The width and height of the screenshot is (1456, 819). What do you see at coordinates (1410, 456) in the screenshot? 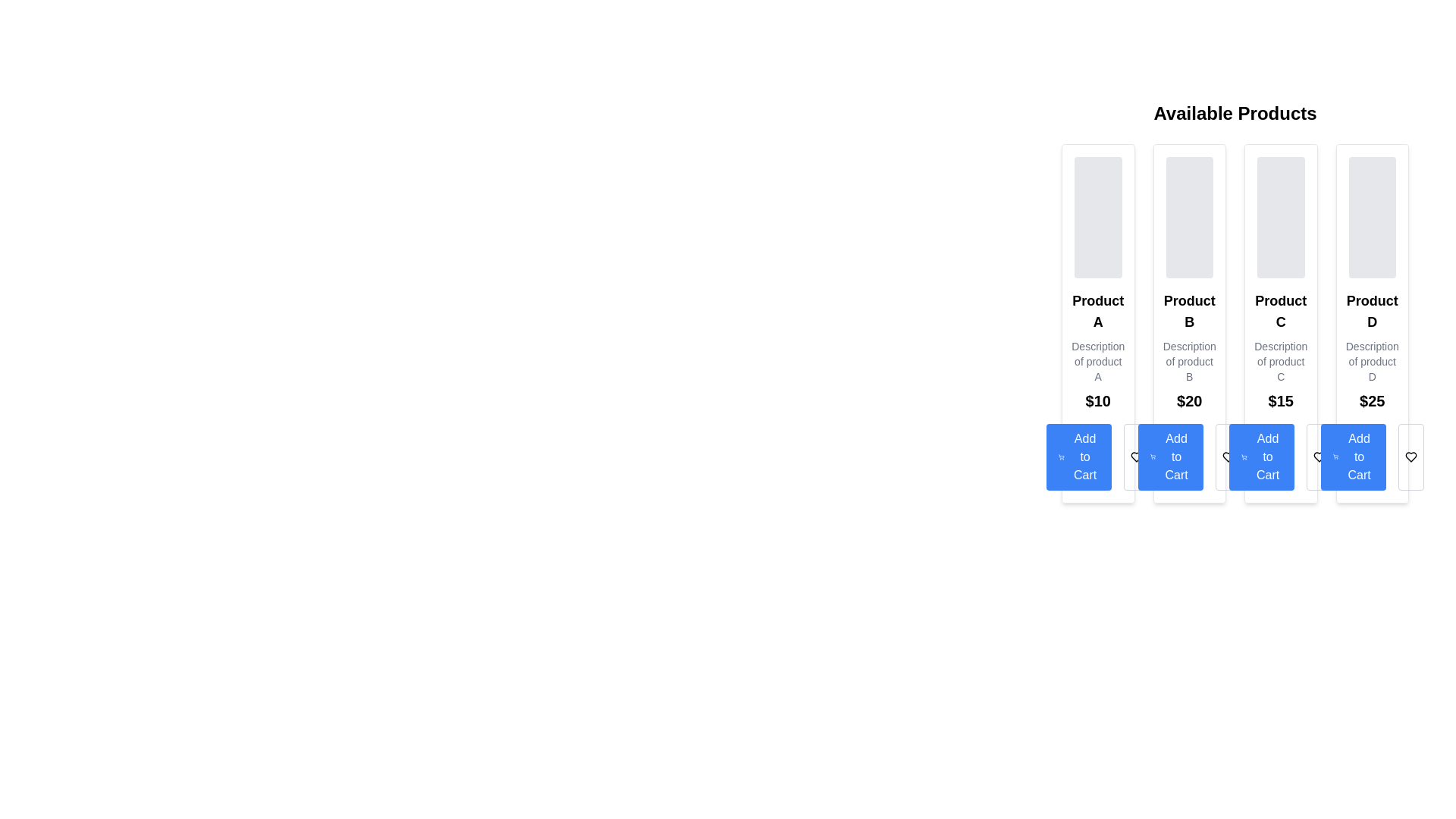
I see `the heart-shaped icon with a black outline located within the card for 'Product D'` at bounding box center [1410, 456].